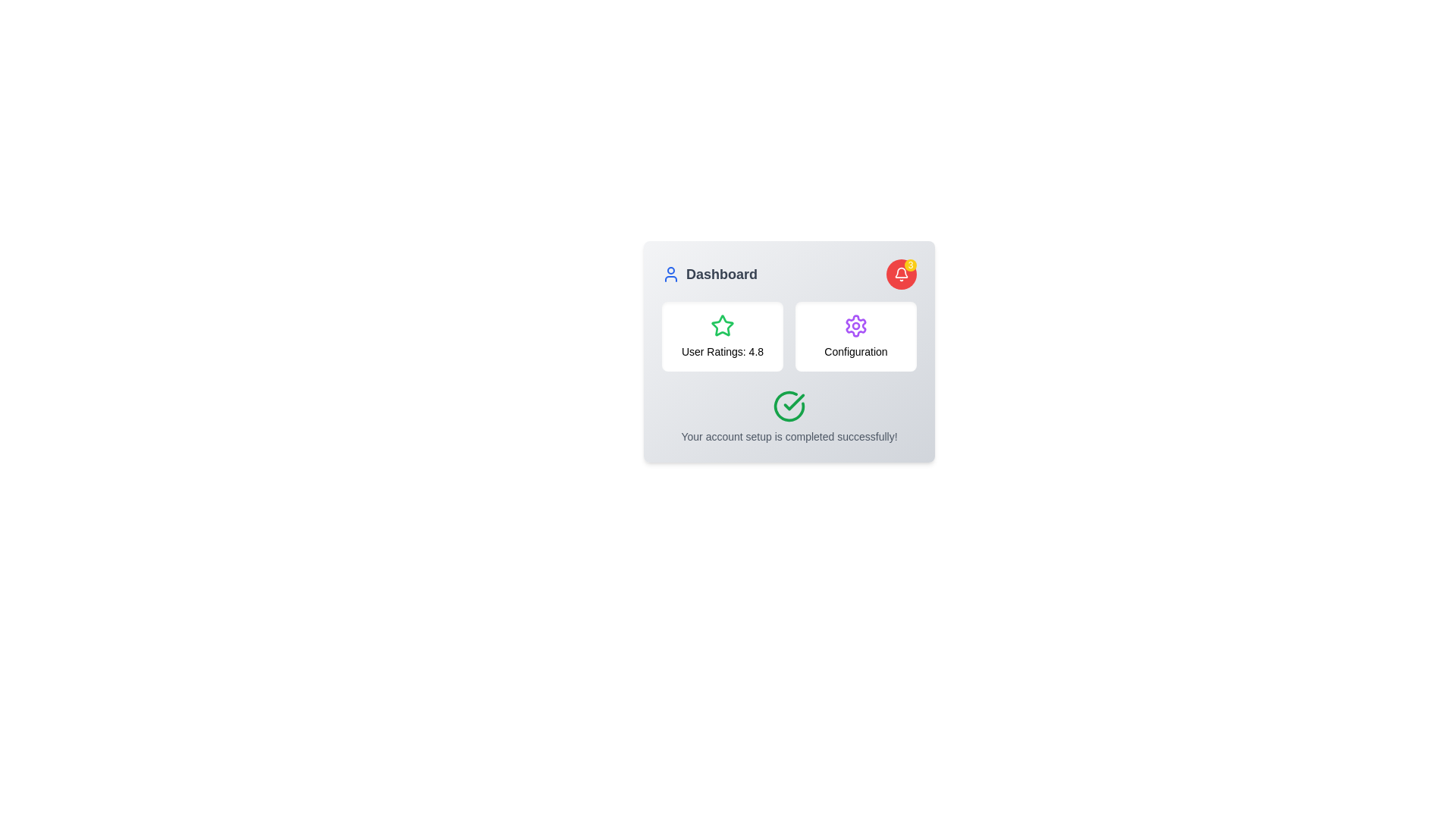 This screenshot has width=1456, height=819. Describe the element at coordinates (902, 271) in the screenshot. I see `the bell icon located at the top-right corner of the component, adjacent to the 'Dashboard' label` at that location.